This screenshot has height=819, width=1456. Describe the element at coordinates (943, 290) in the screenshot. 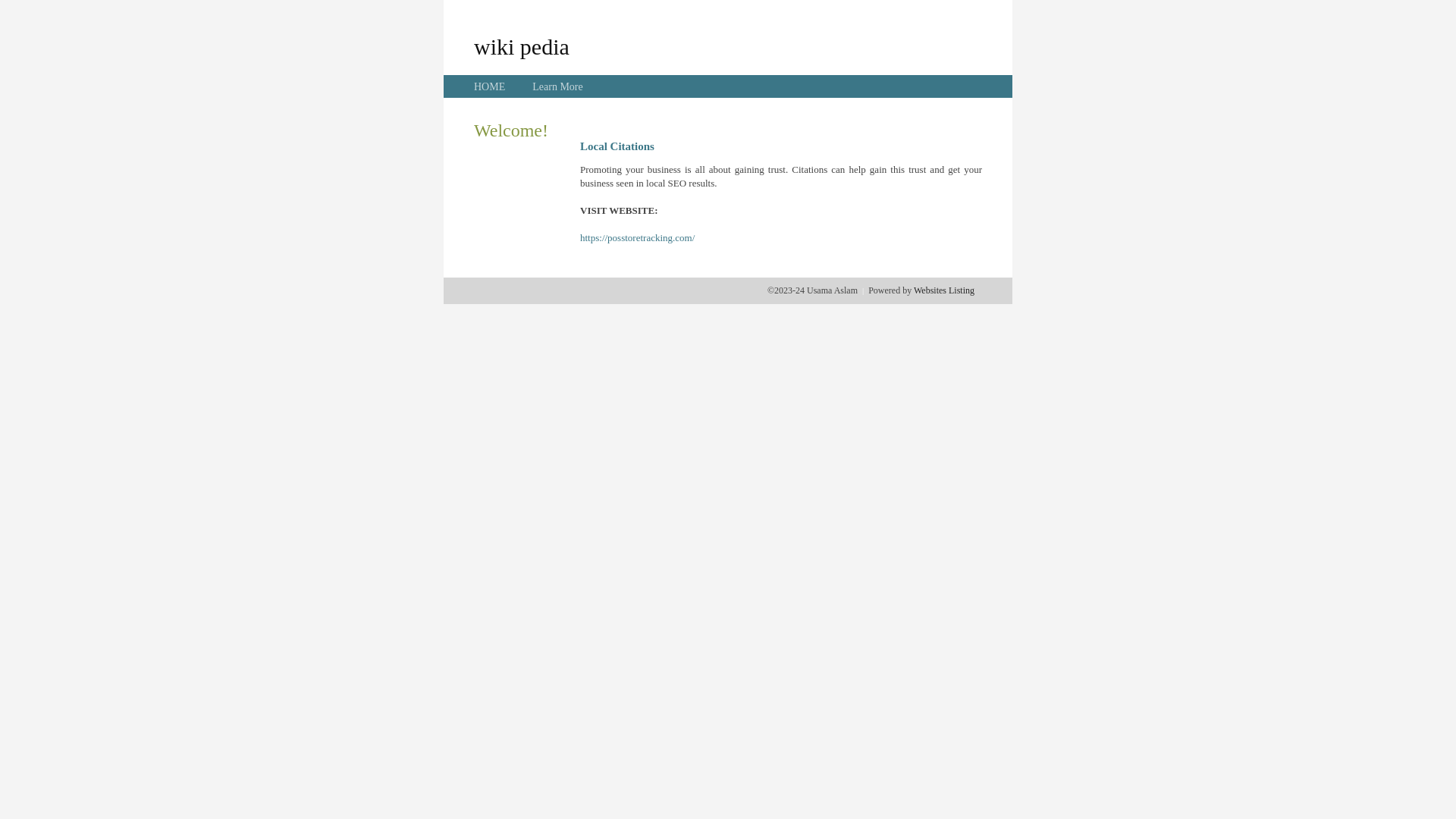

I see `'Websites Listing'` at that location.